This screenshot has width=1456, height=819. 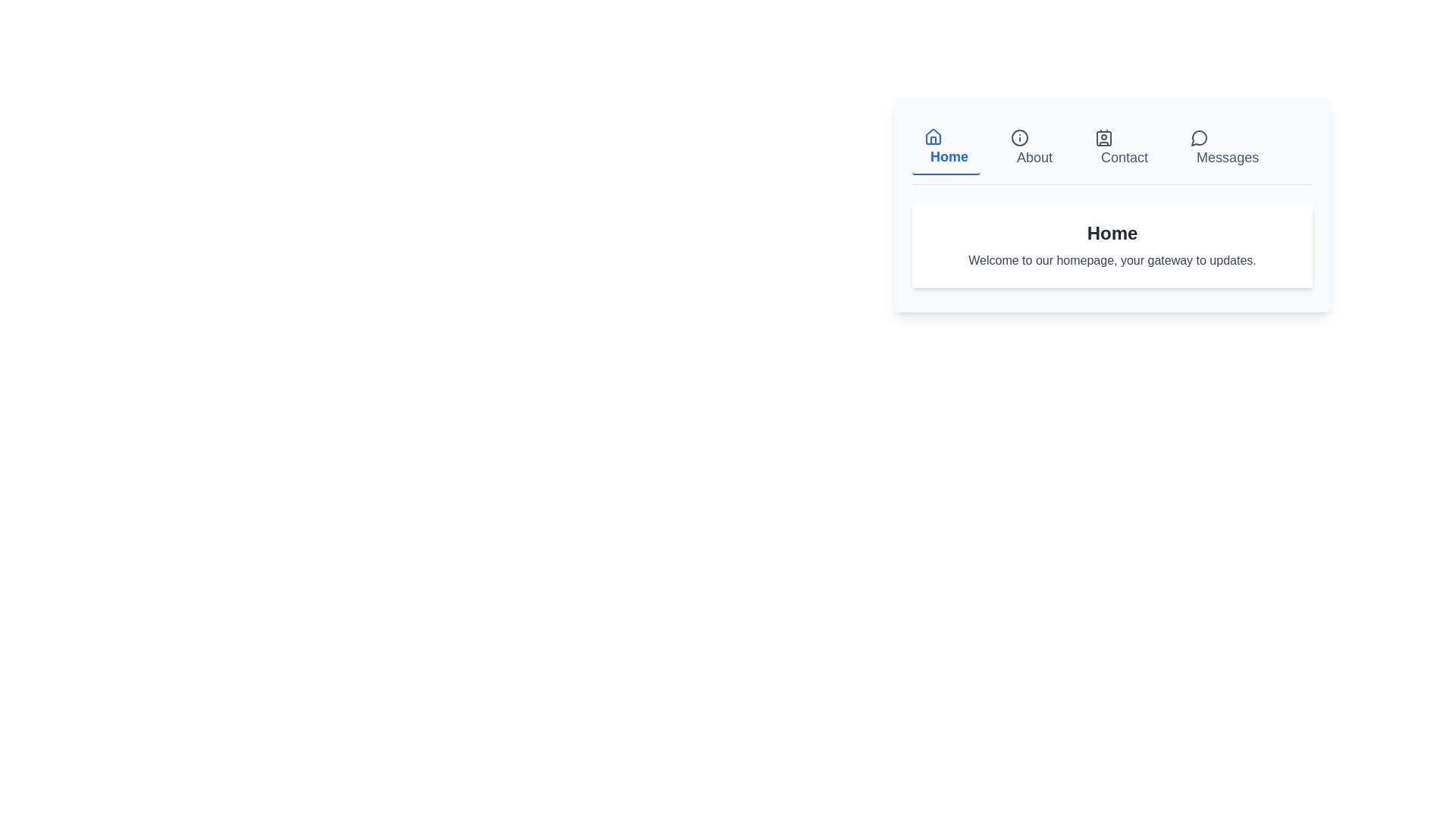 What do you see at coordinates (1224, 149) in the screenshot?
I see `the tab labeled Messages` at bounding box center [1224, 149].